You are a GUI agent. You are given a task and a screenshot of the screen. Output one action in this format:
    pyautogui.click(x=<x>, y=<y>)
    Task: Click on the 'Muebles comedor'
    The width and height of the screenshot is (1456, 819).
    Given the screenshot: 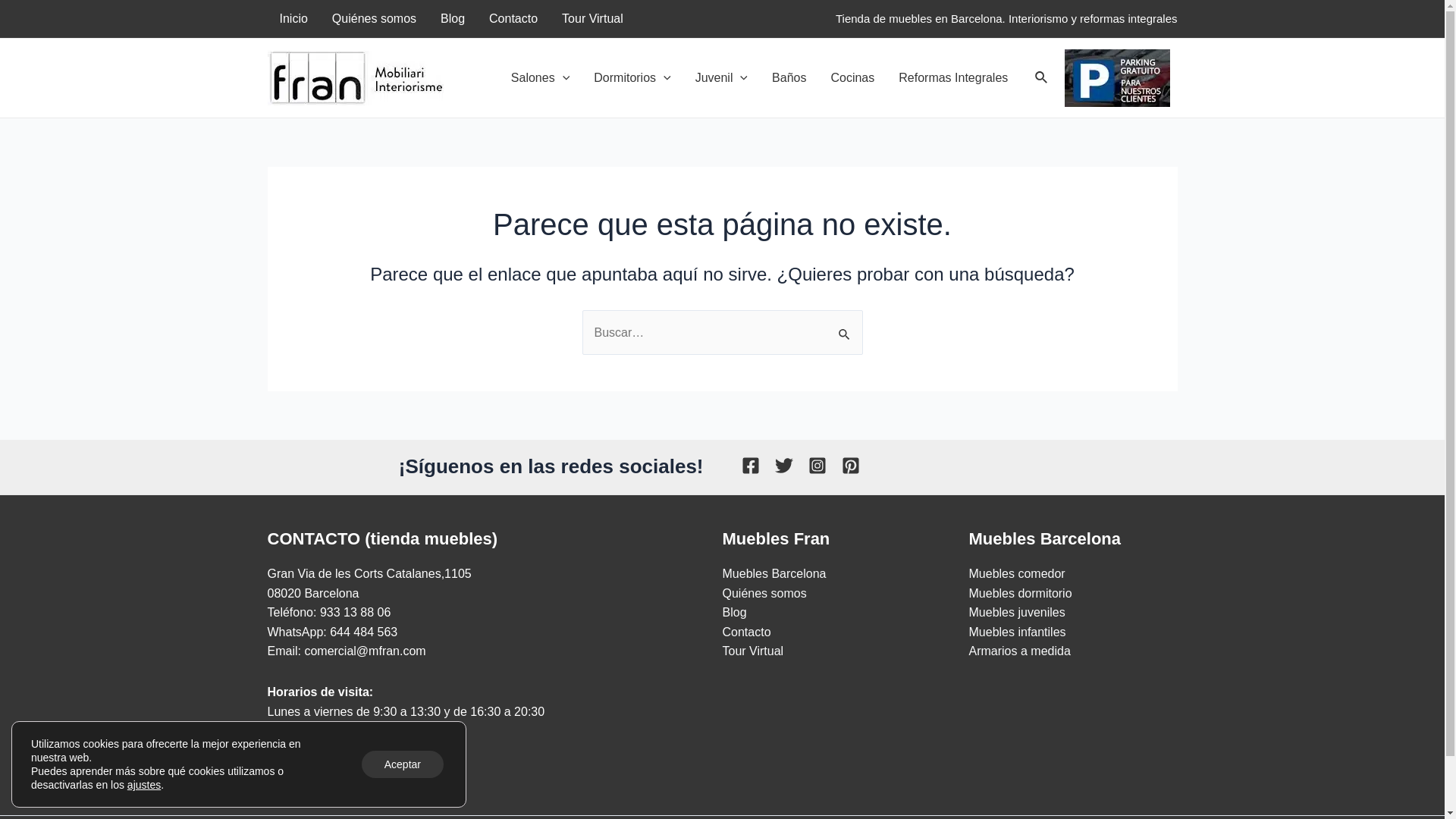 What is the action you would take?
    pyautogui.click(x=1017, y=573)
    